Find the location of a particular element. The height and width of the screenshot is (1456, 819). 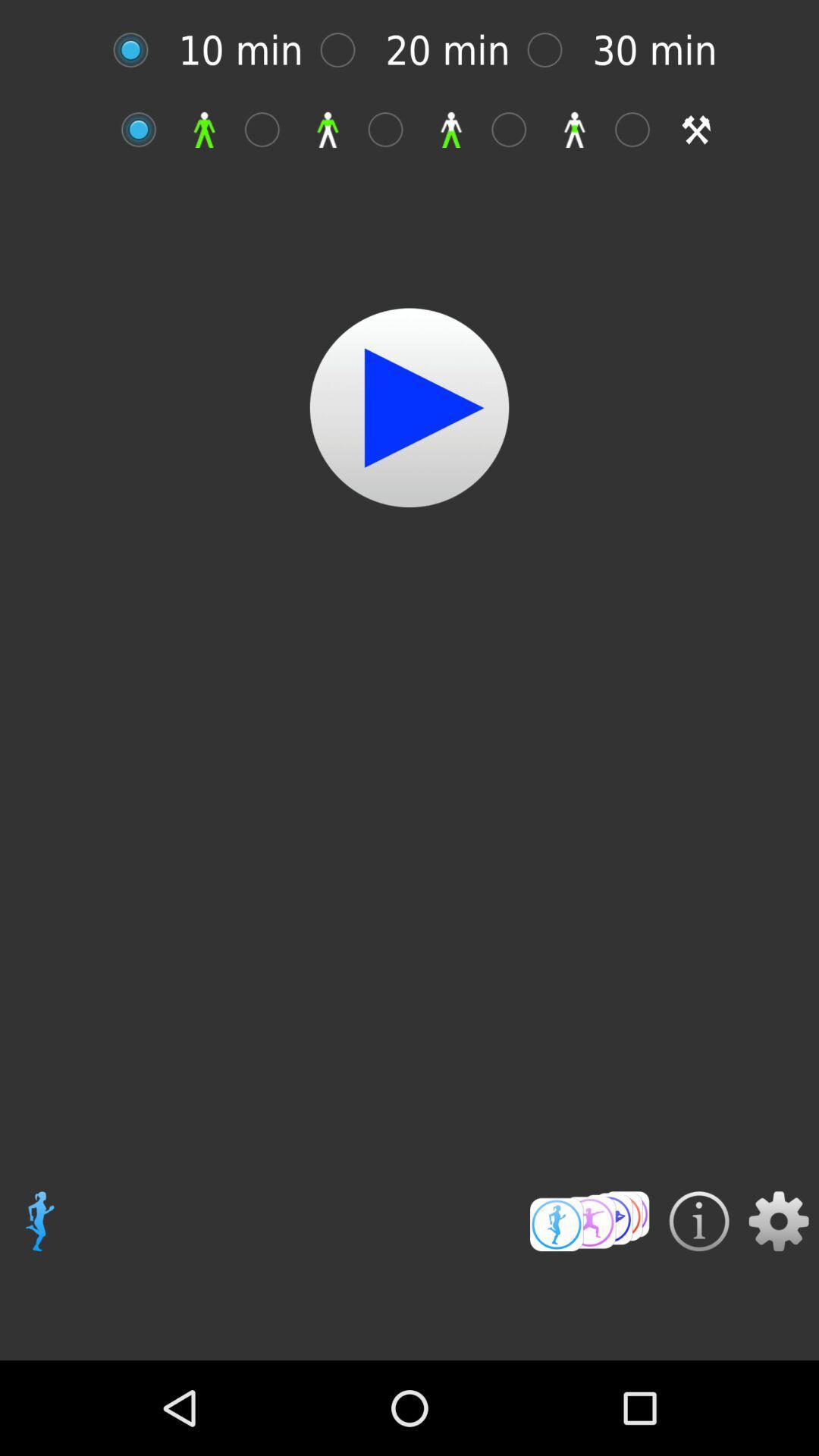

selecting box is located at coordinates (393, 130).